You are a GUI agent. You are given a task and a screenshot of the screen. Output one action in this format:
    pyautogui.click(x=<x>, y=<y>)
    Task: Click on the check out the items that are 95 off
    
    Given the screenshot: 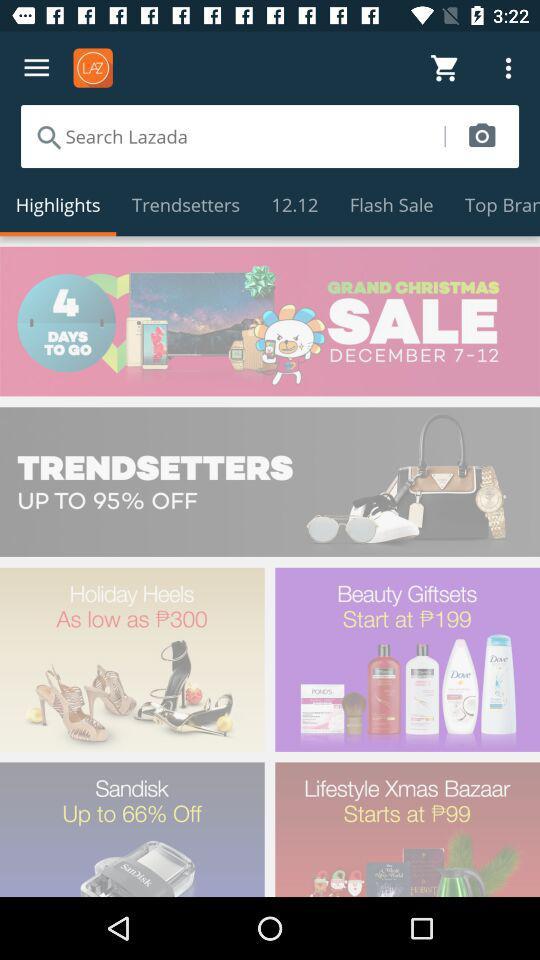 What is the action you would take?
    pyautogui.click(x=270, y=481)
    